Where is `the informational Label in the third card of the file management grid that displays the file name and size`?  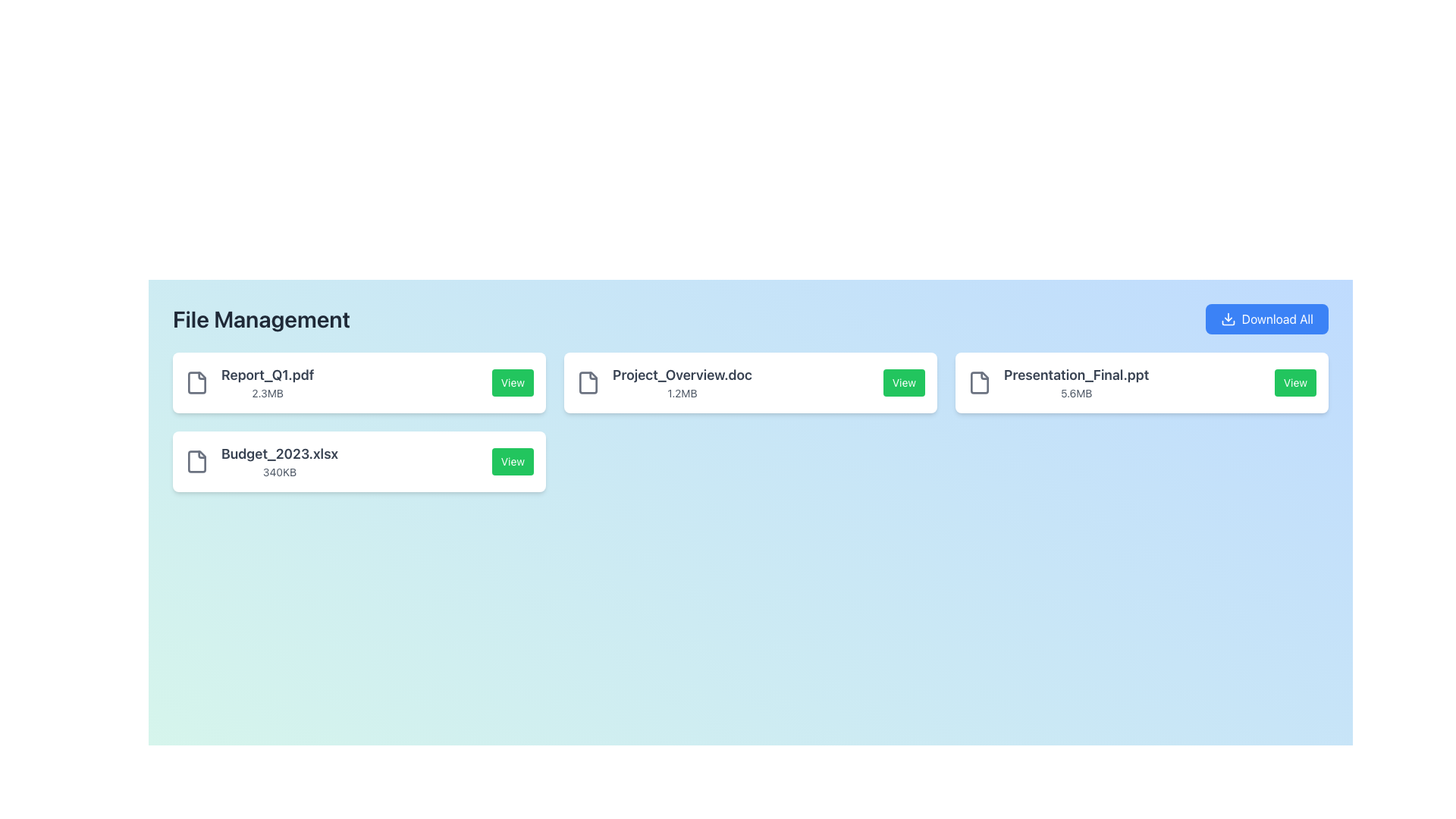 the informational Label in the third card of the file management grid that displays the file name and size is located at coordinates (681, 382).